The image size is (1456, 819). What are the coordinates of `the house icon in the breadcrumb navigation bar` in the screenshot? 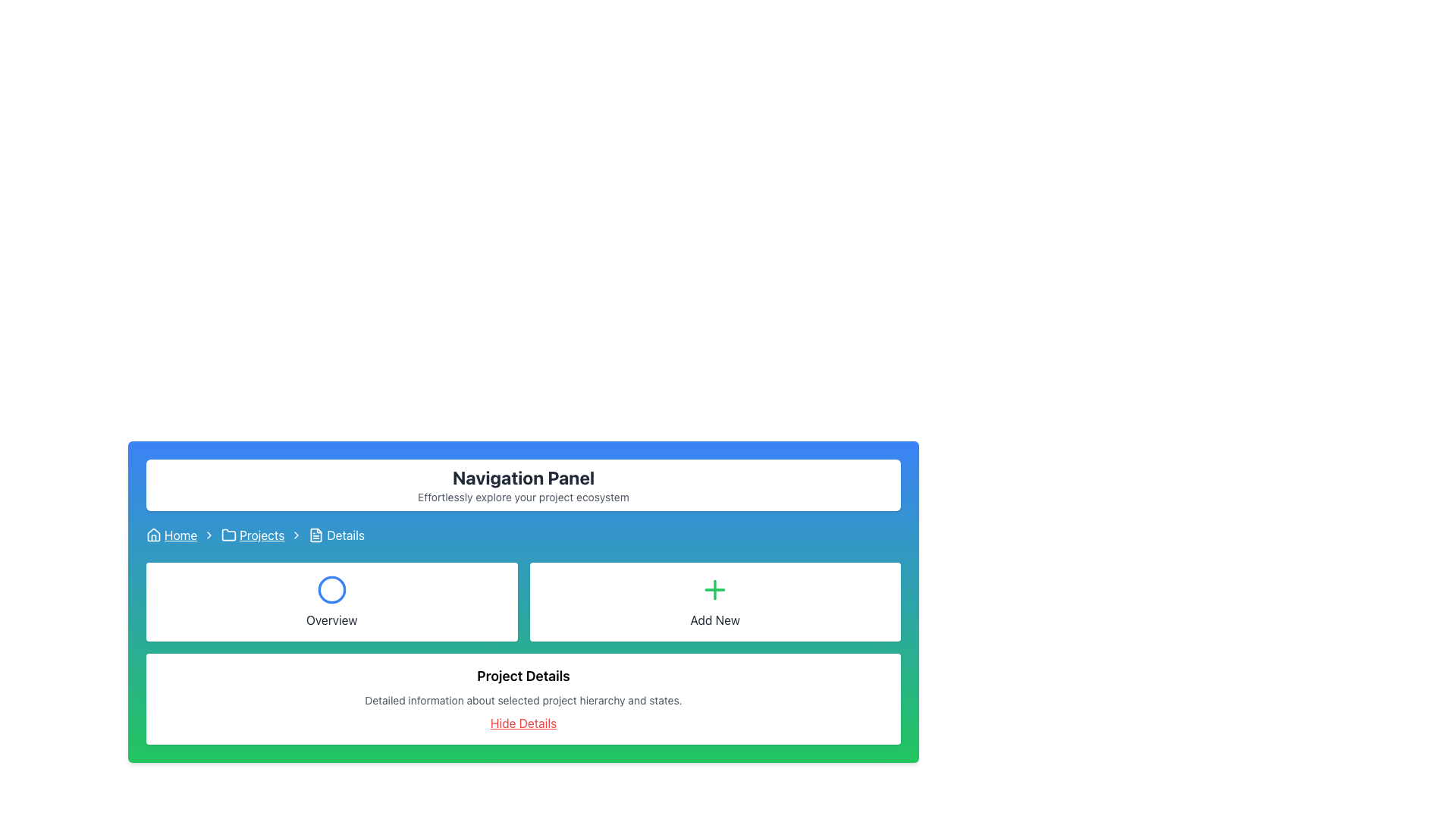 It's located at (153, 534).